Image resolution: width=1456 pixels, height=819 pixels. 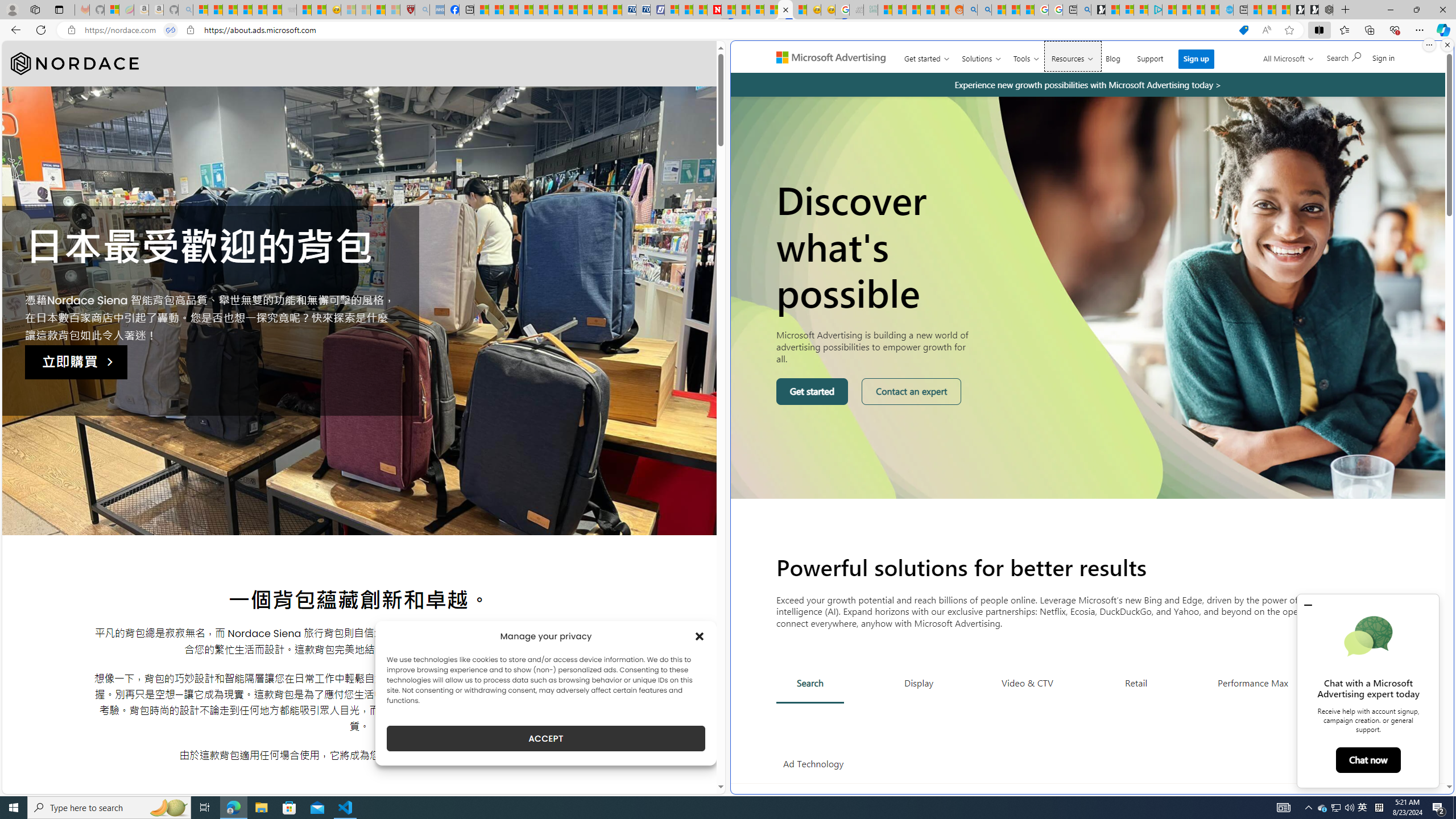 What do you see at coordinates (1252, 682) in the screenshot?
I see `'Performance Max'` at bounding box center [1252, 682].